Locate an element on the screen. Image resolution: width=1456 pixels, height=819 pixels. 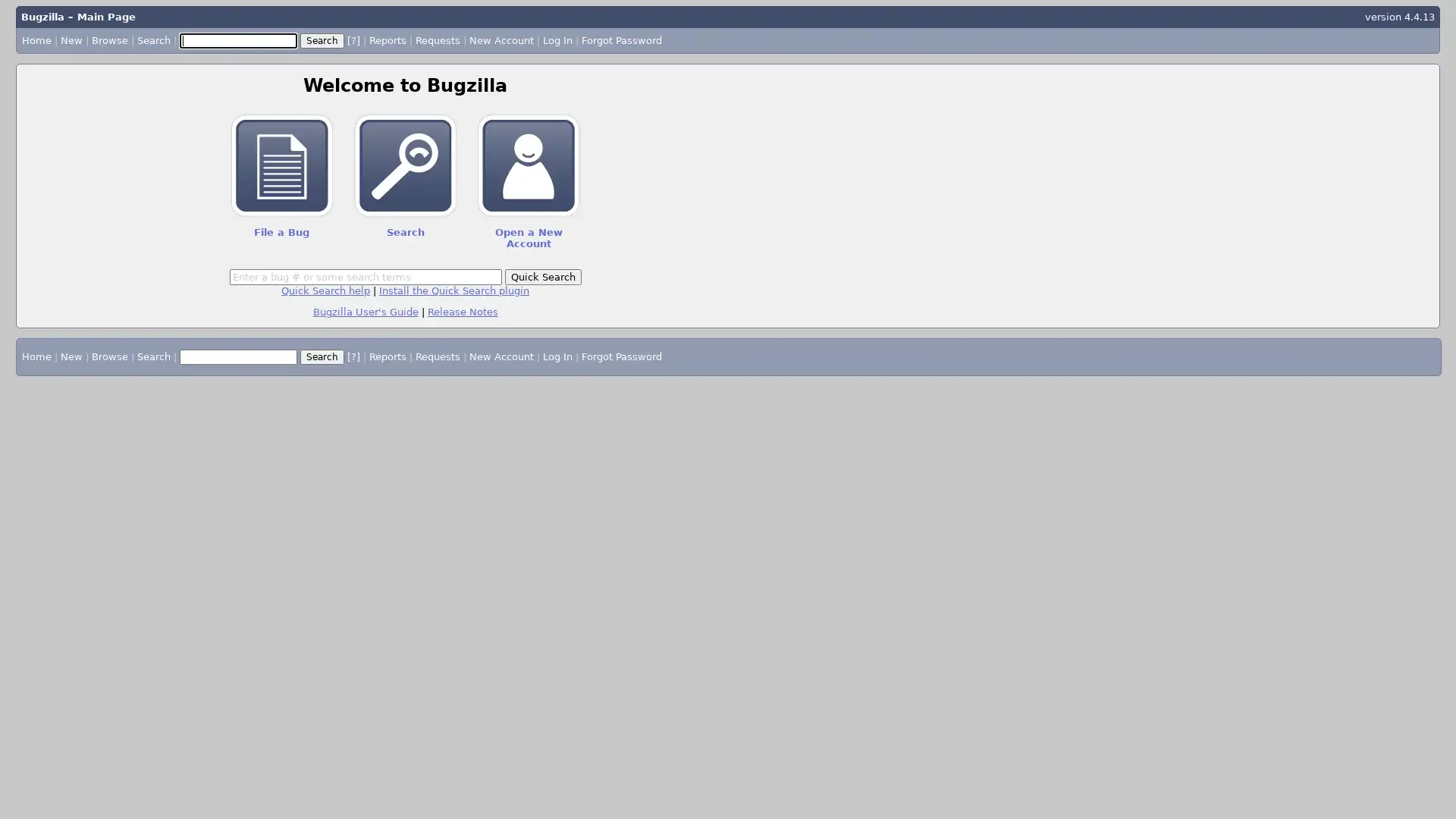
Search is located at coordinates (322, 356).